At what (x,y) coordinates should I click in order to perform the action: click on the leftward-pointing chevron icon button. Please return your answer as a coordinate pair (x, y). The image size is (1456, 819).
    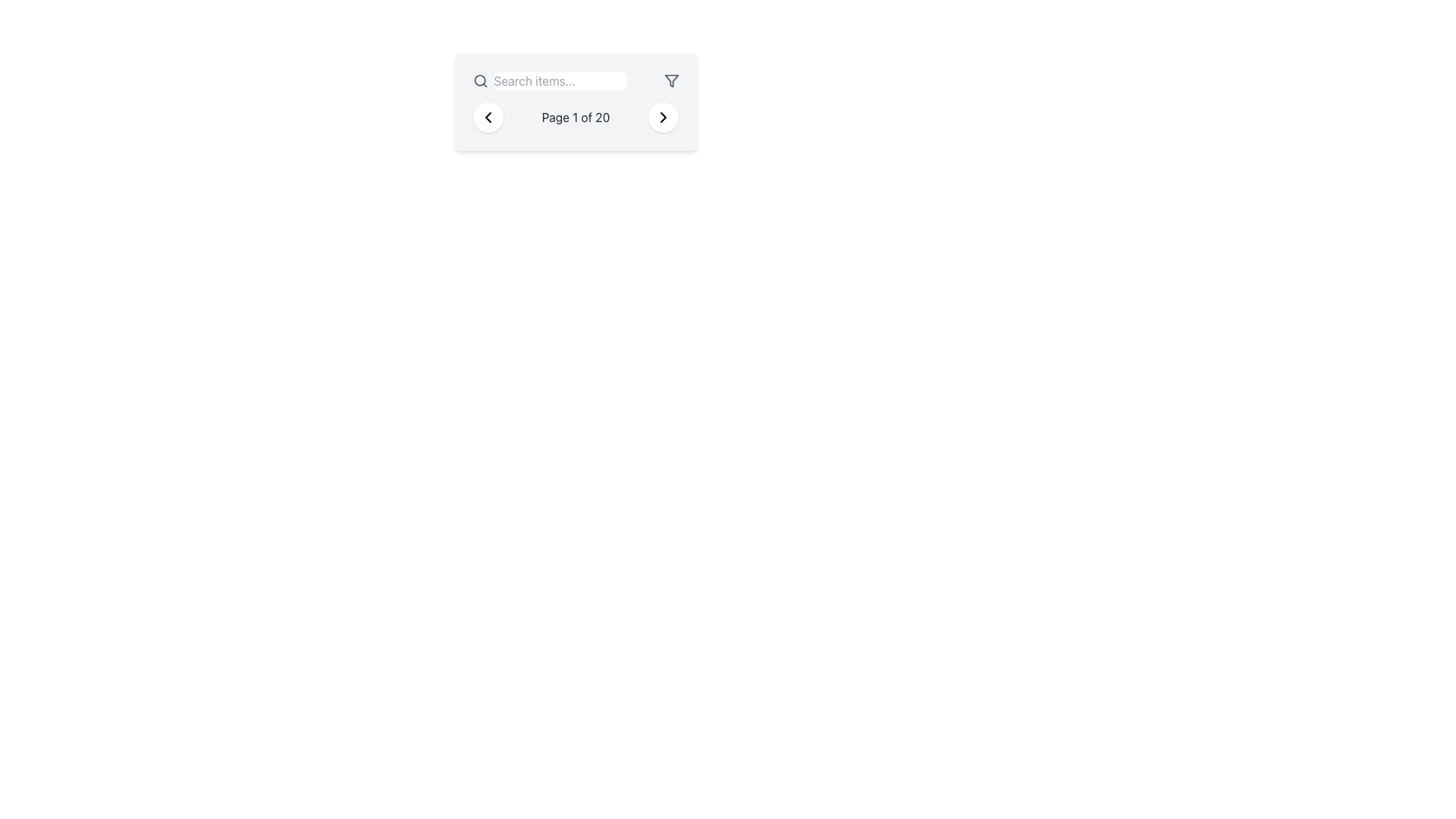
    Looking at the image, I should click on (488, 116).